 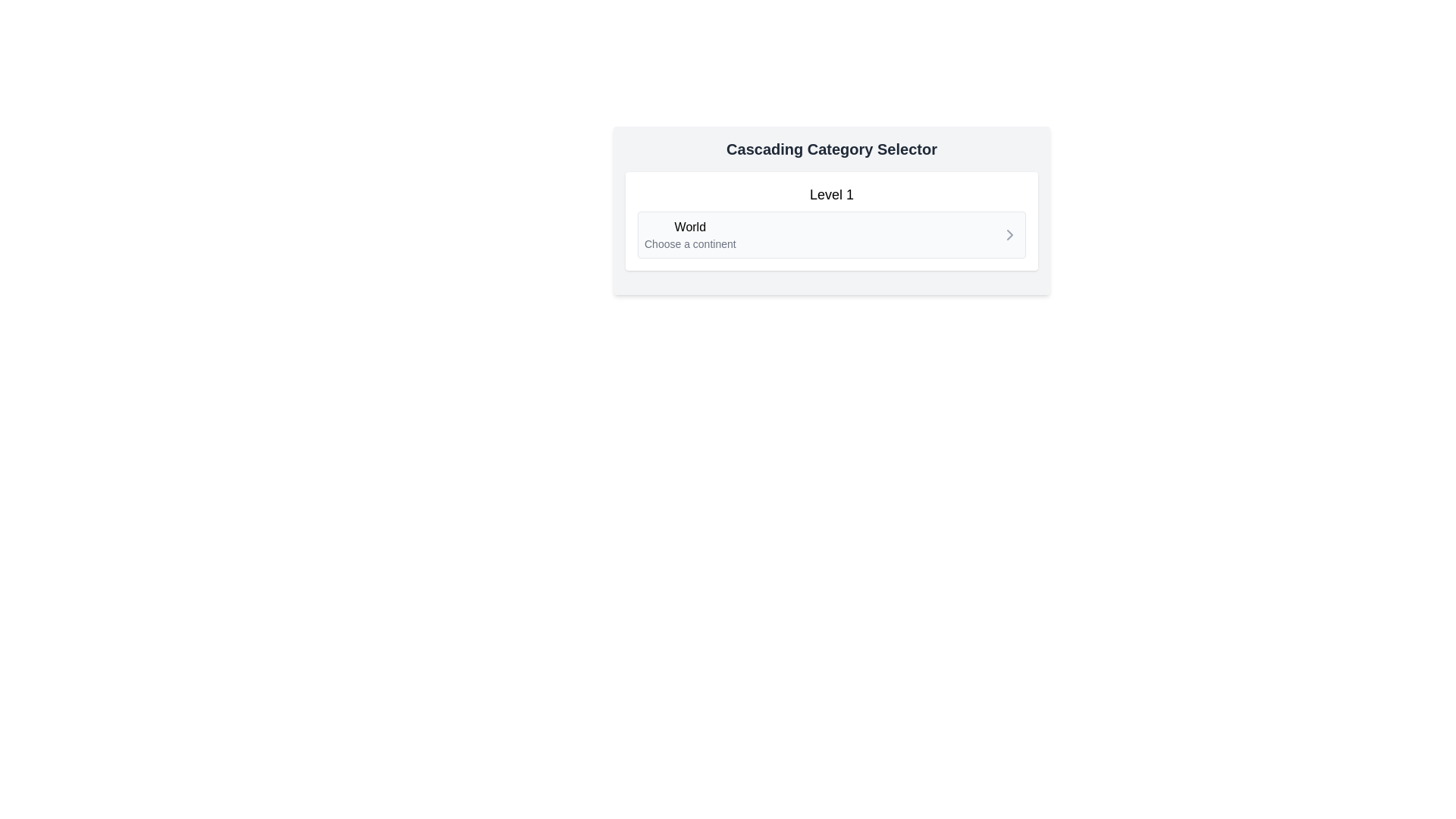 What do you see at coordinates (831, 194) in the screenshot?
I see `static text label that displays 'Level 1', which is located at the top center of a bordered white box, above the 'World' section` at bounding box center [831, 194].